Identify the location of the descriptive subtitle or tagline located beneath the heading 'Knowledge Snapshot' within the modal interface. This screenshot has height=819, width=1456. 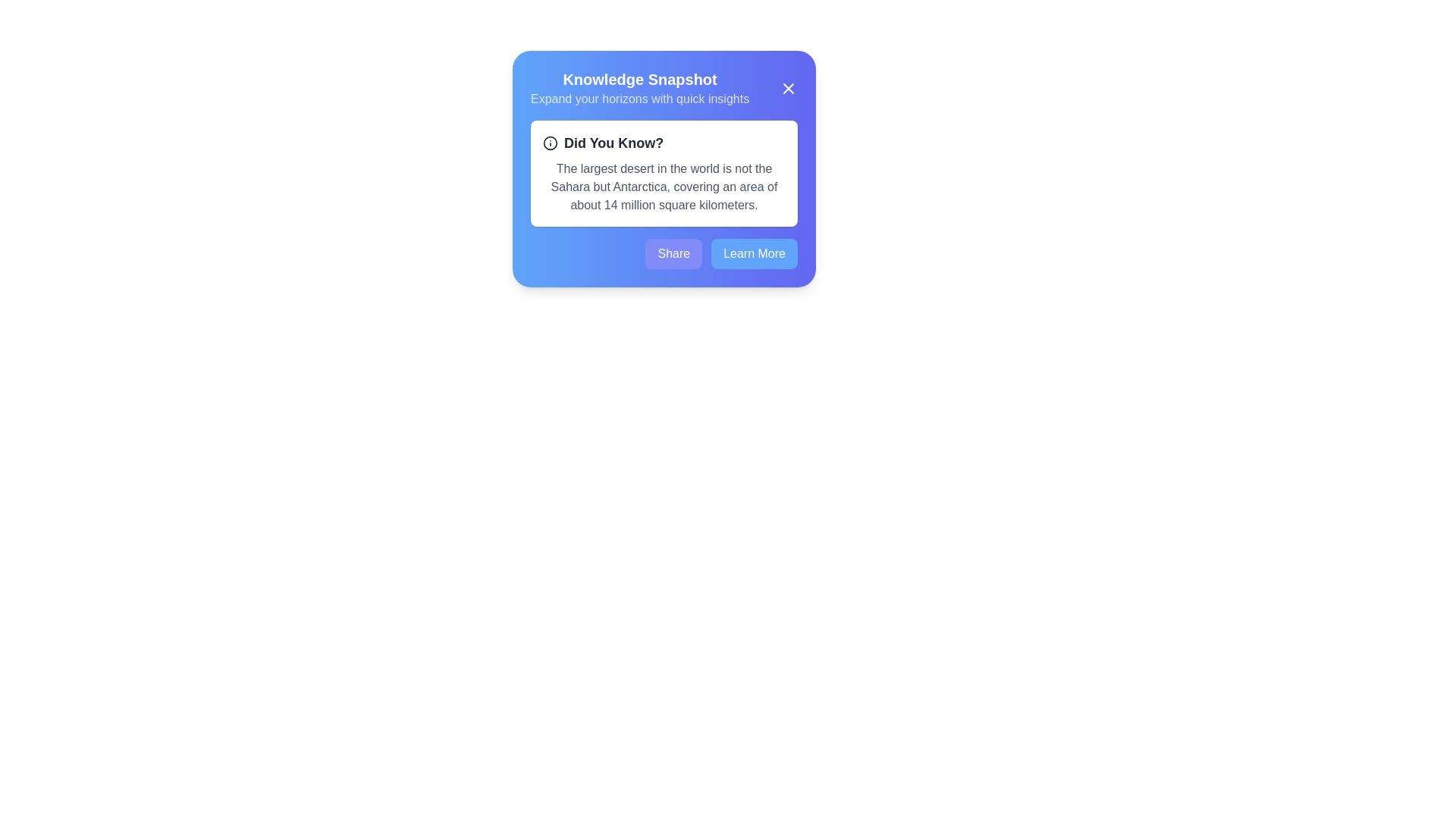
(640, 99).